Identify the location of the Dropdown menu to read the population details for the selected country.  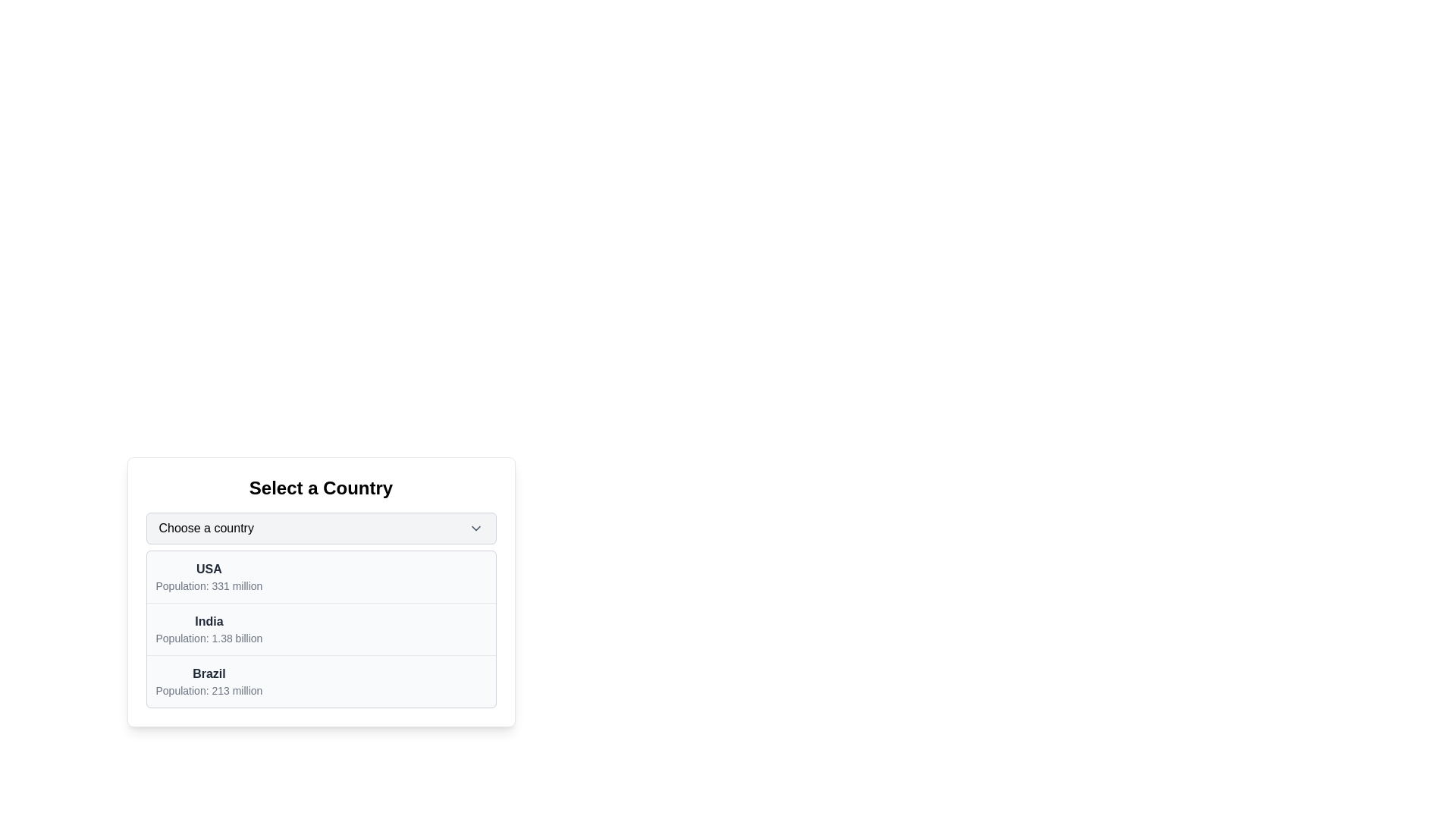
(320, 591).